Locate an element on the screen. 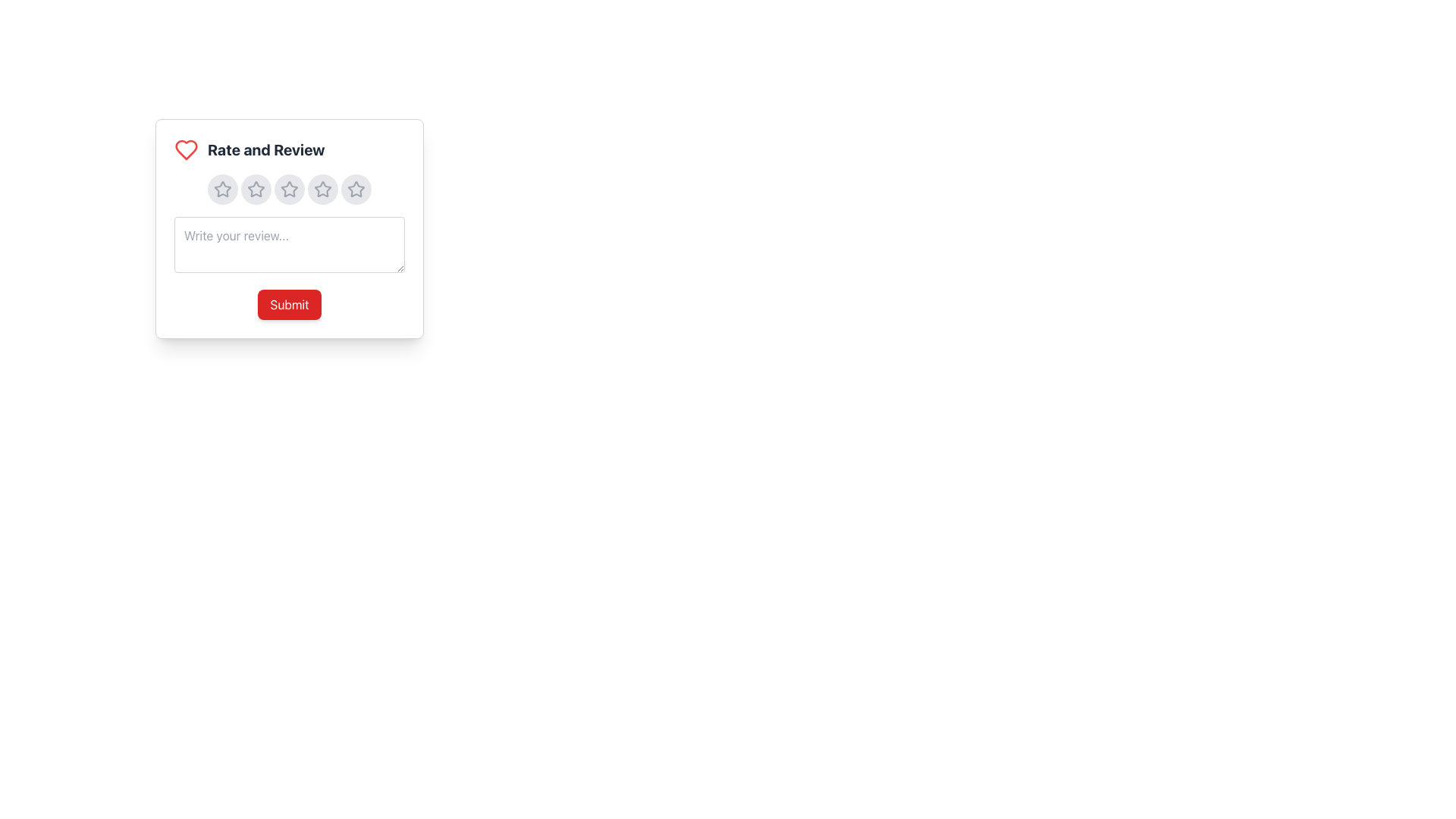 The image size is (1456, 819). the circular button with a light gray background and a centered gray star icon, which is the fourth button in a row of five is located at coordinates (322, 189).